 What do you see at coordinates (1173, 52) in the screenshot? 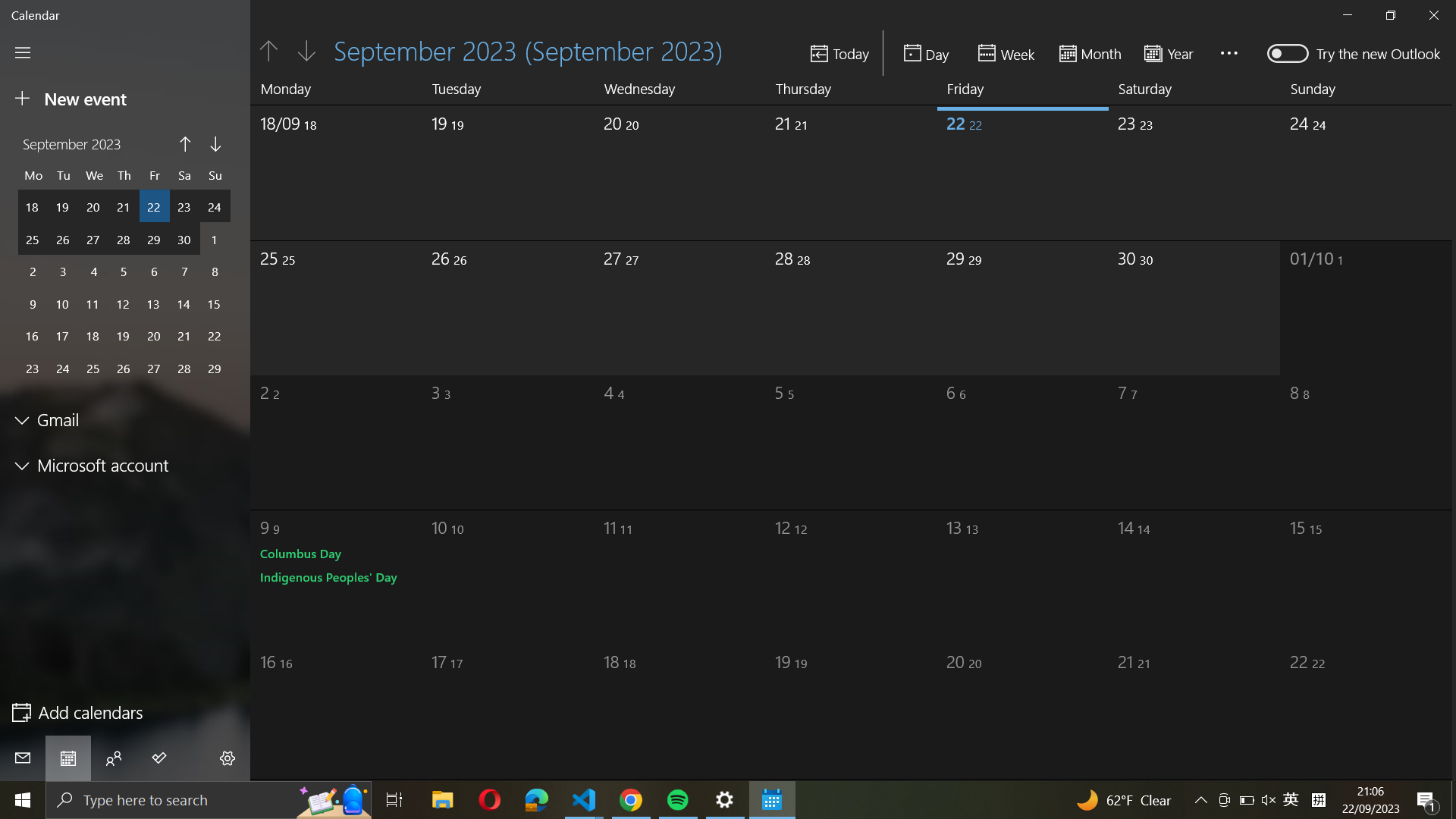
I see `Switch to the yearly overview` at bounding box center [1173, 52].